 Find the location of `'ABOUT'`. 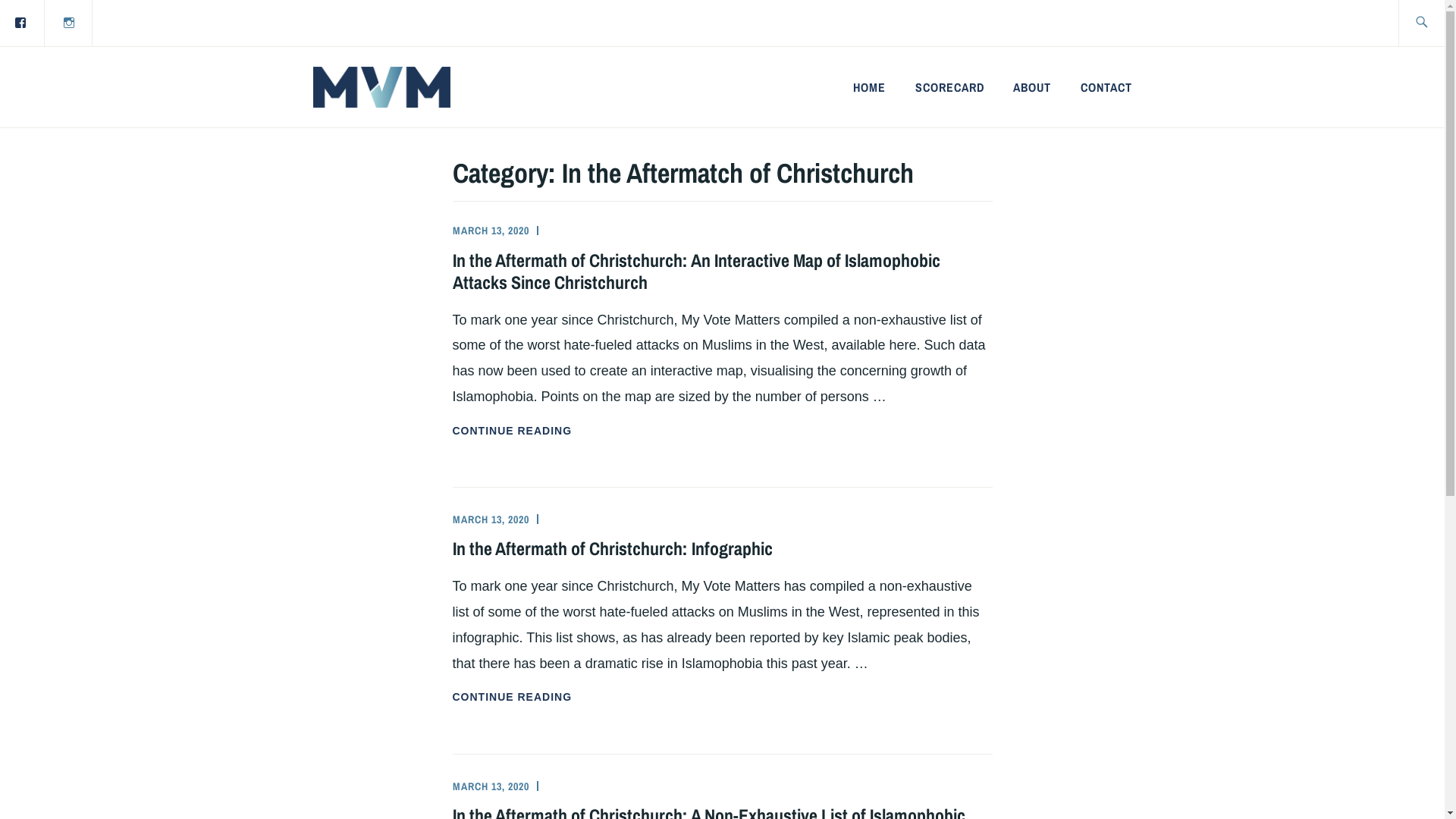

'ABOUT' is located at coordinates (1031, 87).